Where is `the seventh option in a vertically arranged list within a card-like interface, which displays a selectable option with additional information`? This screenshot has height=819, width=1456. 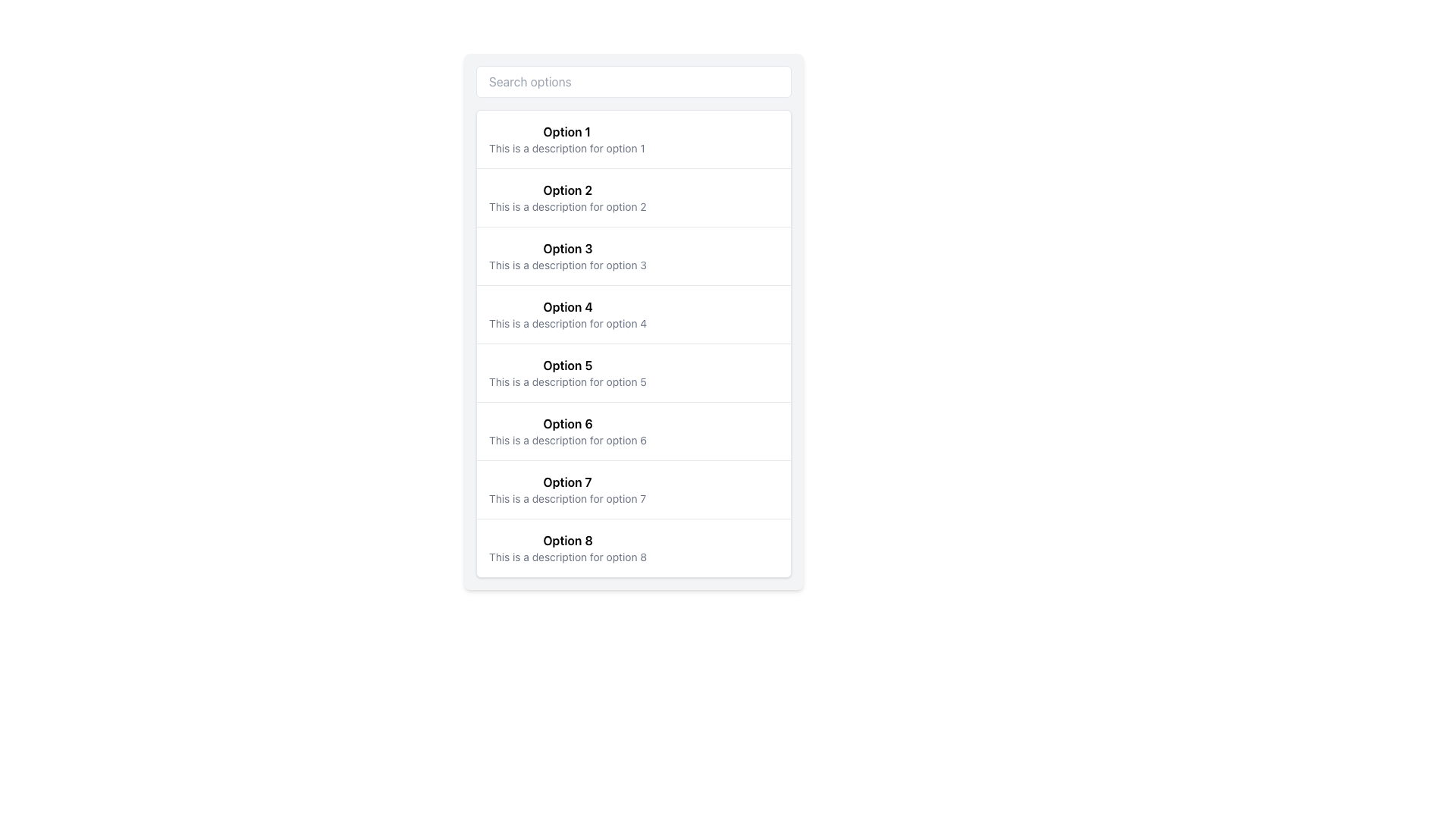 the seventh option in a vertically arranged list within a card-like interface, which displays a selectable option with additional information is located at coordinates (633, 488).